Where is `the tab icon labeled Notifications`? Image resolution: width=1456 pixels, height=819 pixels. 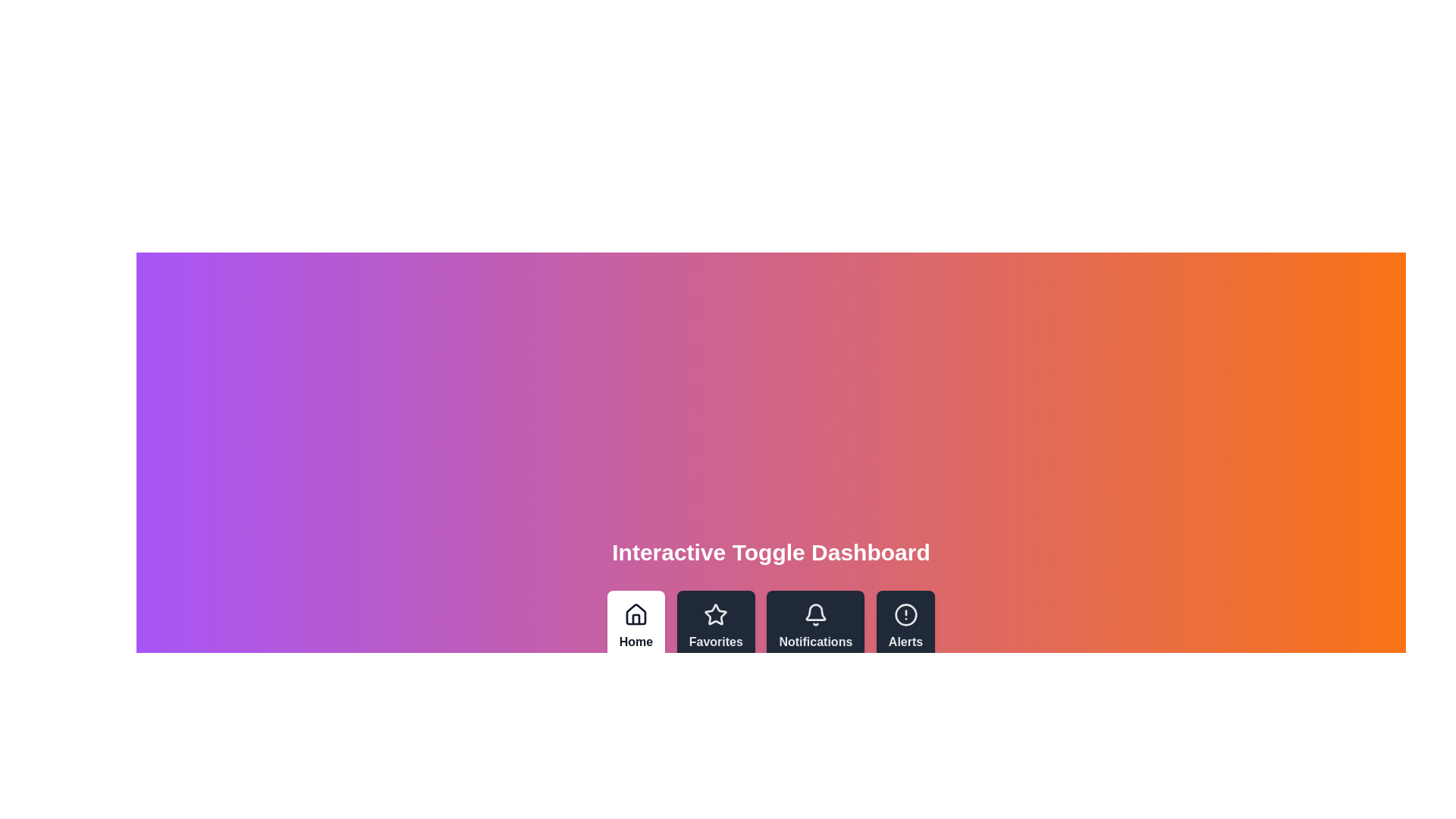 the tab icon labeled Notifications is located at coordinates (814, 626).